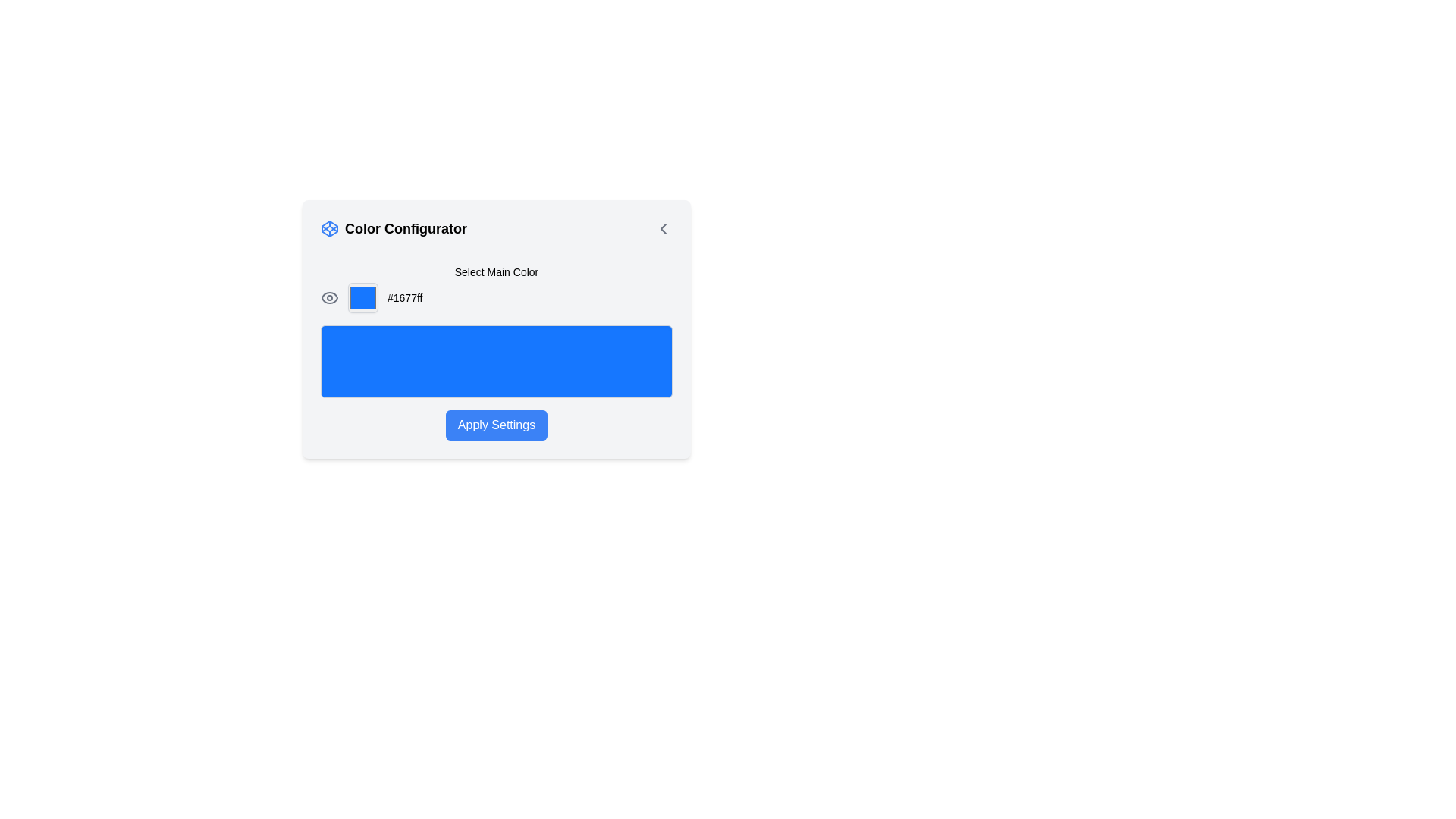 This screenshot has width=1456, height=819. I want to click on the 'Select Main Color' text label, which is styled as a title and located above the color picker control and its value '#1677ff', so click(496, 271).